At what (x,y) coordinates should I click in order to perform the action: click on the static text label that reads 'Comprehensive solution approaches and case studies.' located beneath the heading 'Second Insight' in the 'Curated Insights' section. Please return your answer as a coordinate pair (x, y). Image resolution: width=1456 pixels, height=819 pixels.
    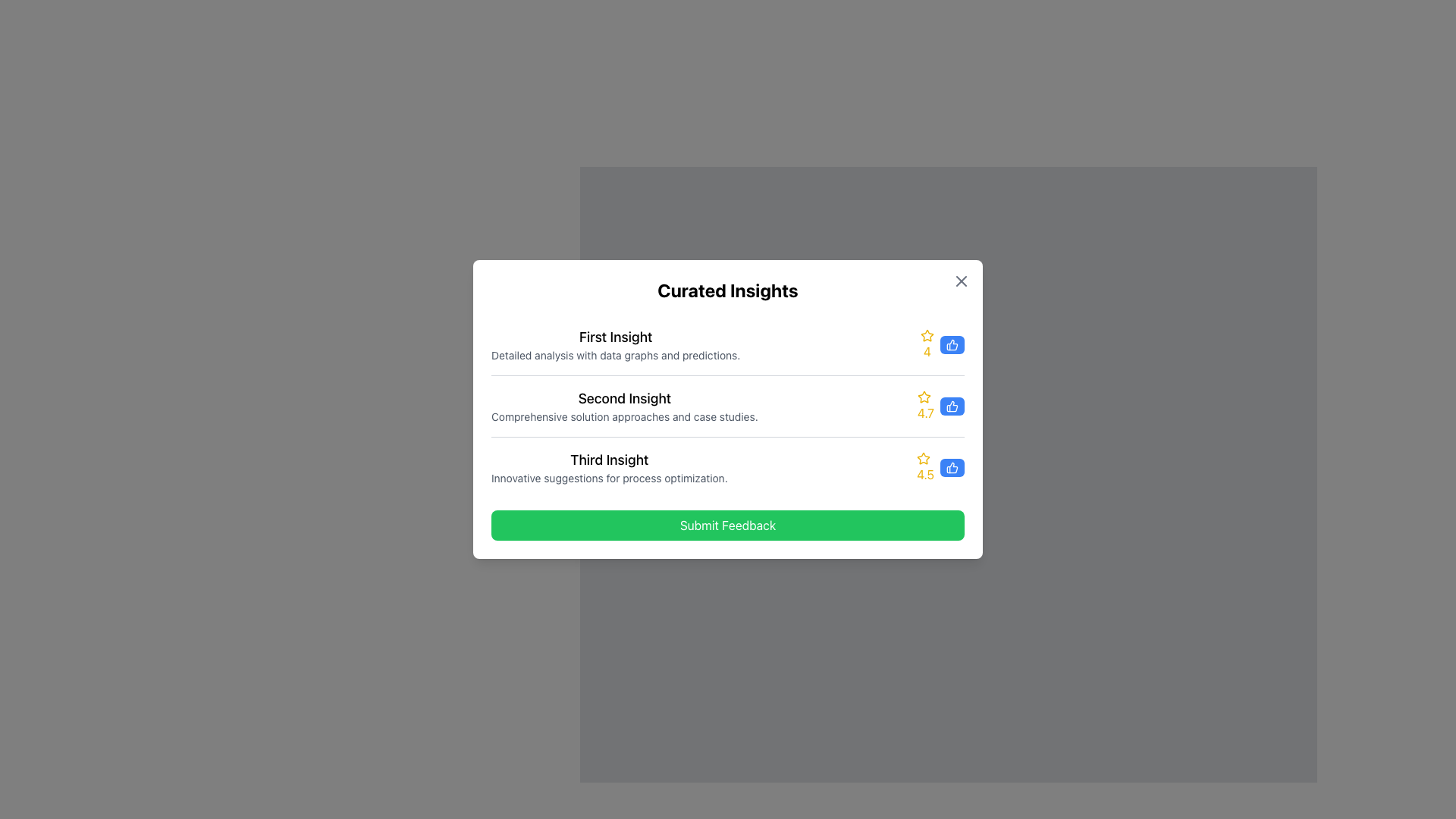
    Looking at the image, I should click on (624, 417).